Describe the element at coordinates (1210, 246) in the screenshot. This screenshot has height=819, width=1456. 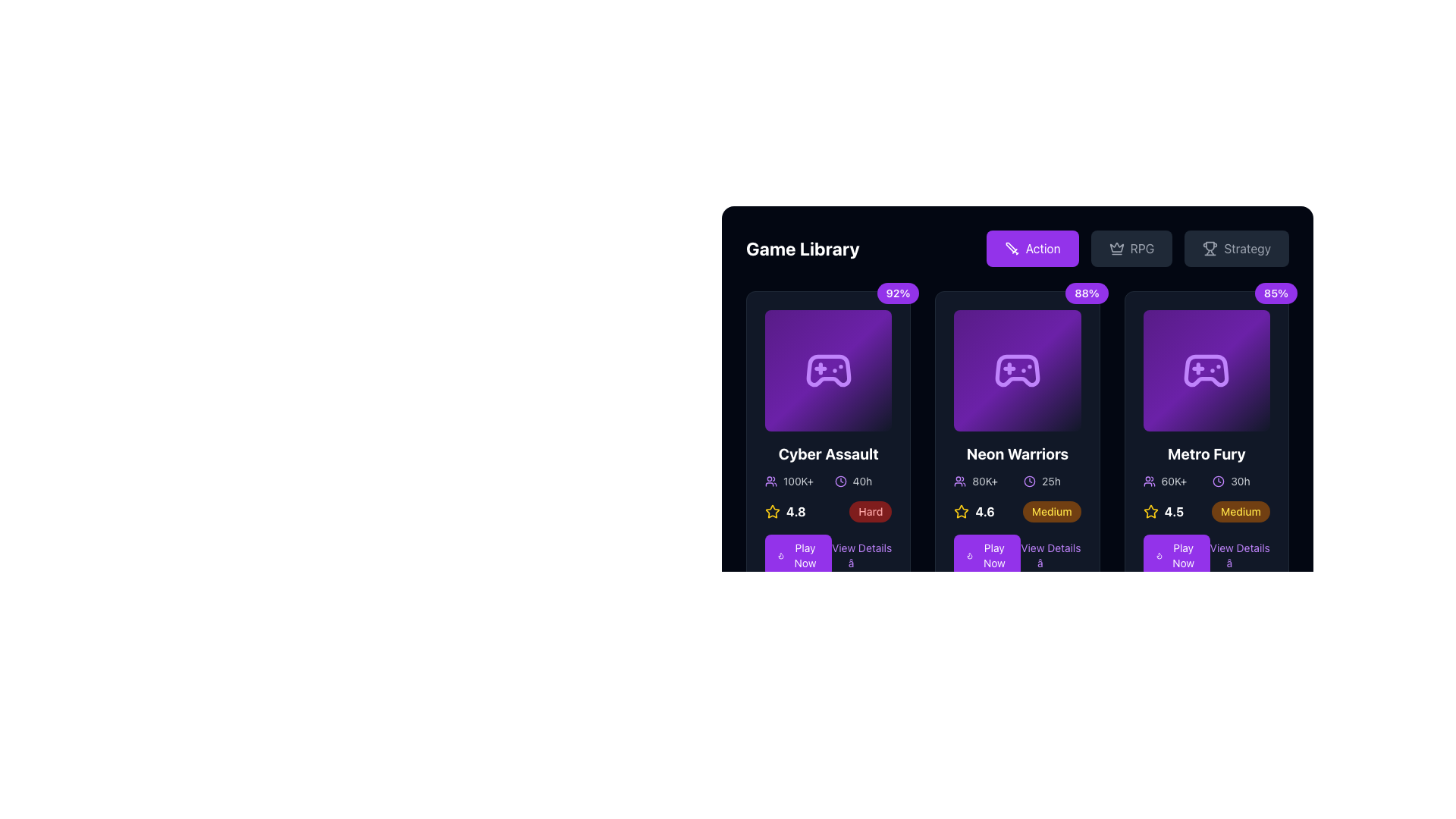
I see `the trophy icon located in the navigation bar, which is styled in a dark theme and positioned between the 'RPG' button and the 'Strategy' button` at that location.